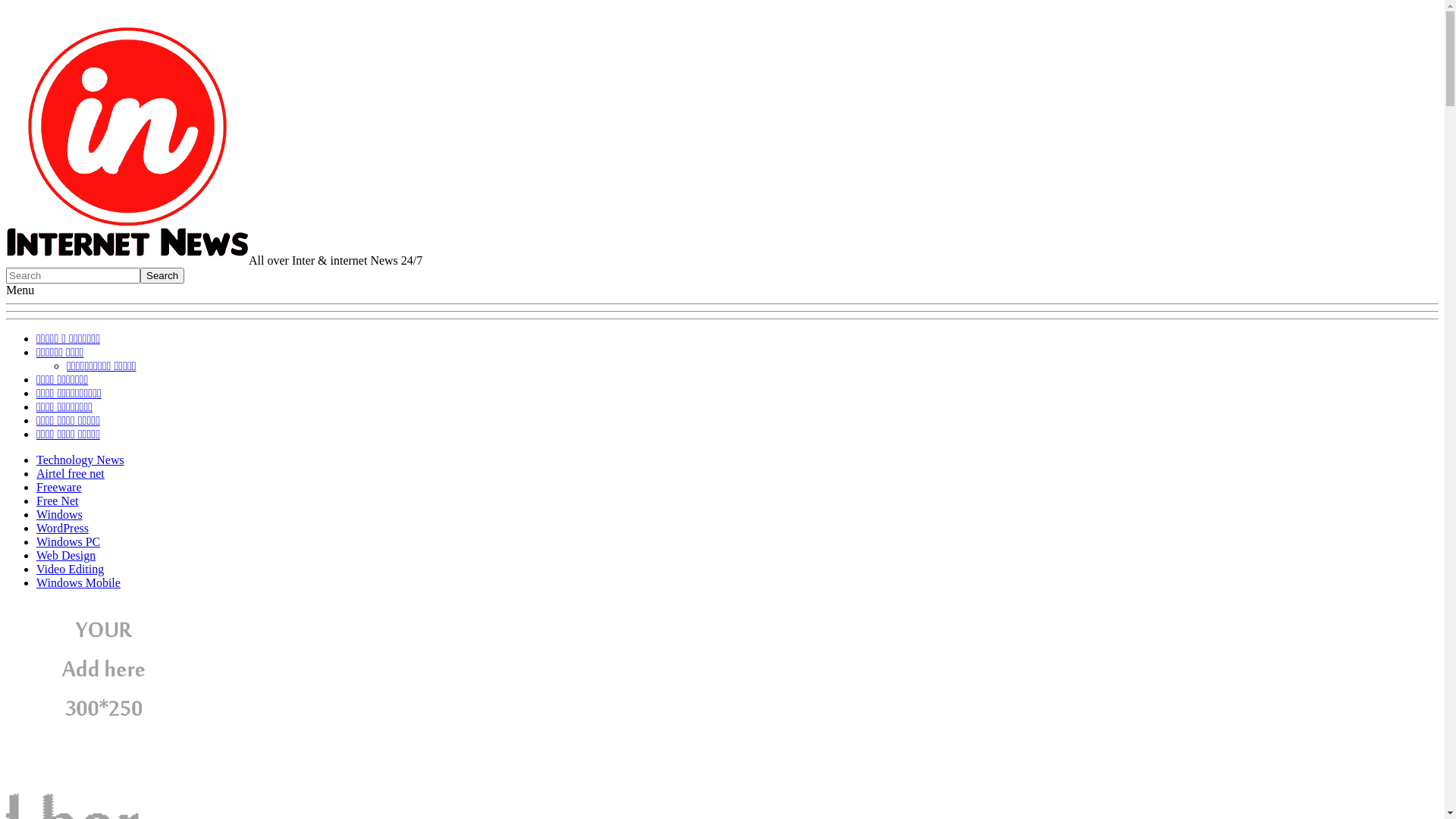 This screenshot has height=819, width=1456. Describe the element at coordinates (61, 527) in the screenshot. I see `'WordPress'` at that location.